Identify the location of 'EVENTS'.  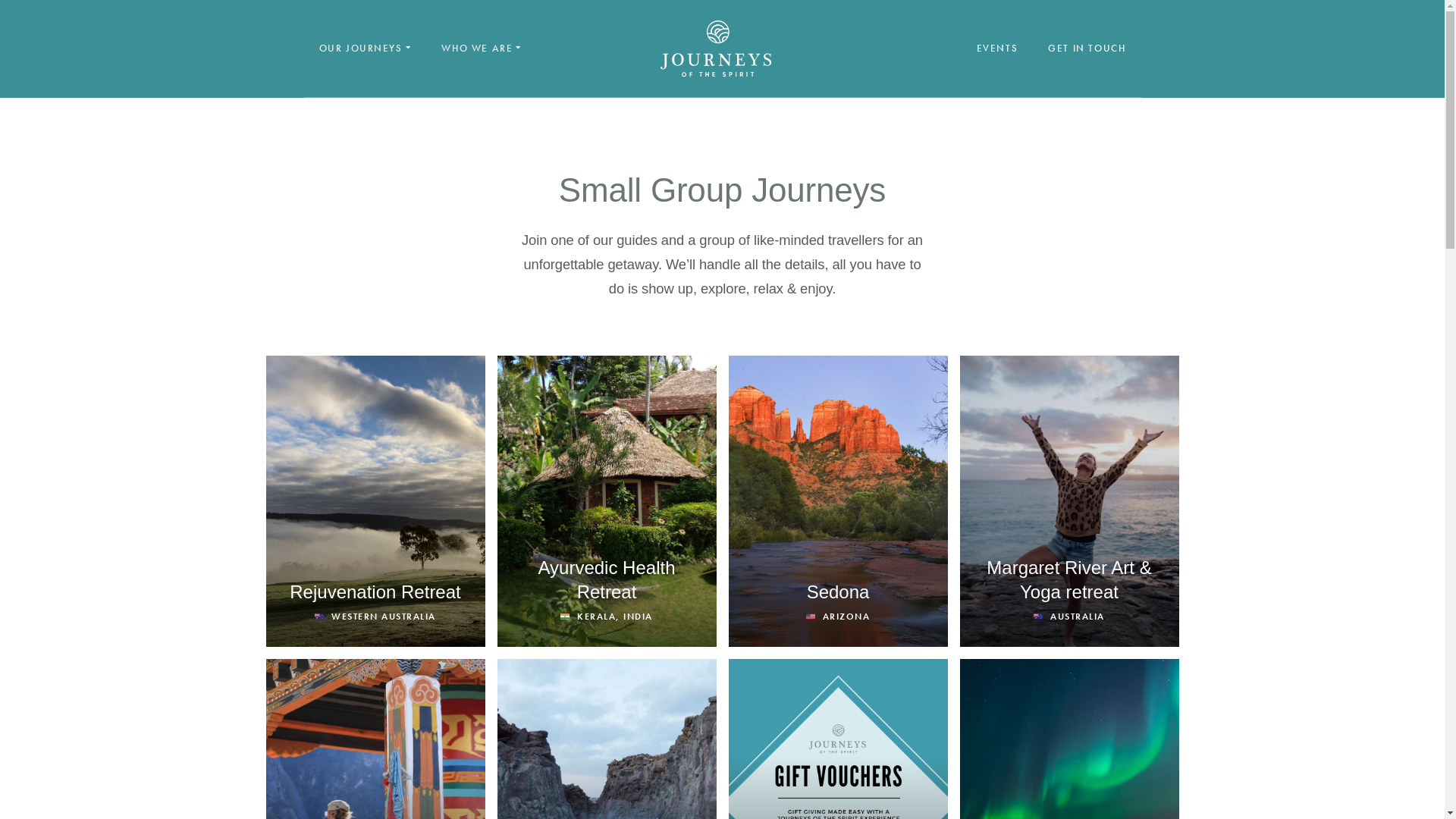
(997, 48).